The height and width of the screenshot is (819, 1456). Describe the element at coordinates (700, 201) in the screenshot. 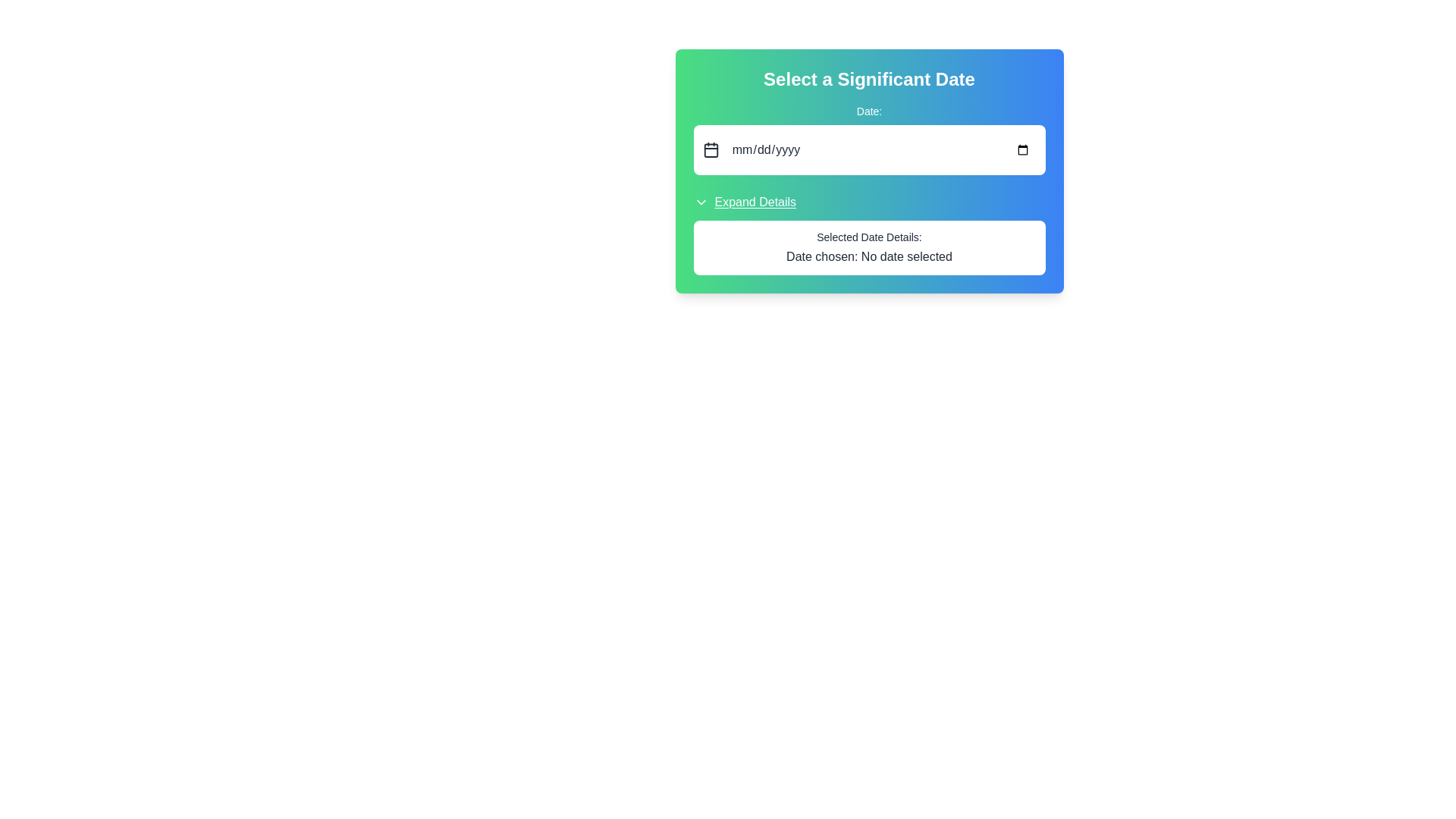

I see `the downward-pointing chevron icon next to the 'Expand Details' text` at that location.